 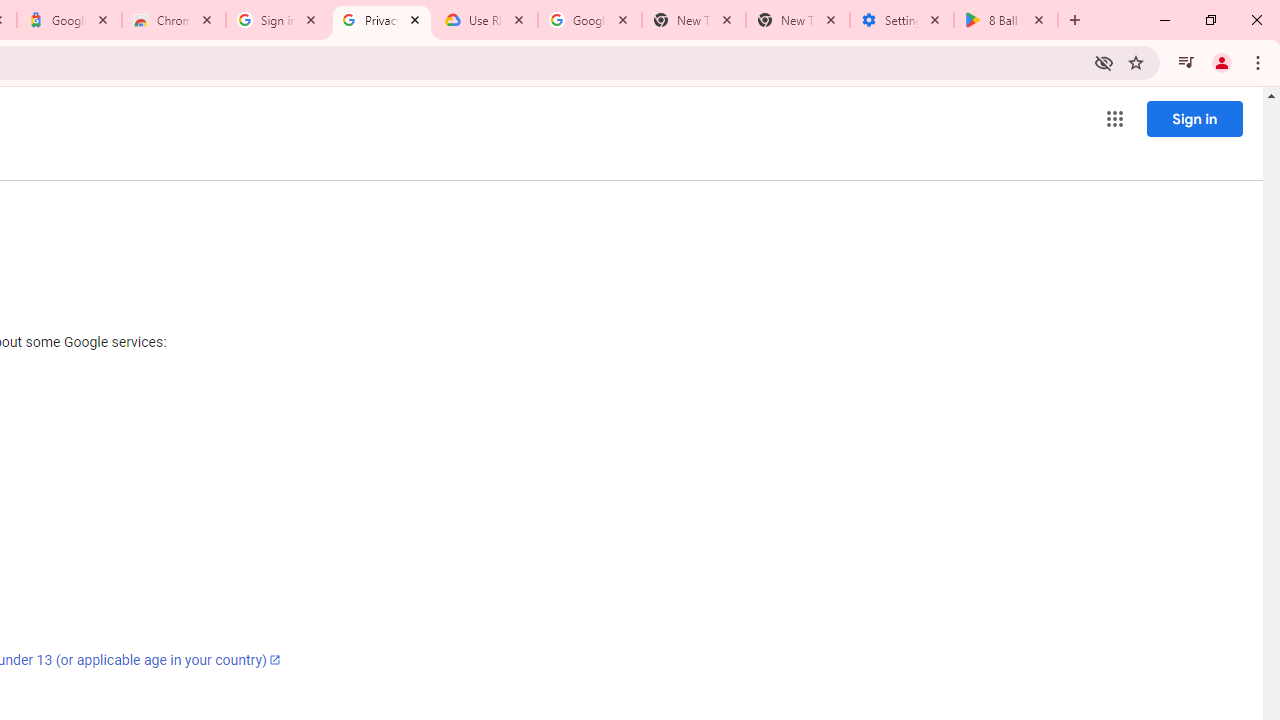 What do you see at coordinates (900, 20) in the screenshot?
I see `'Settings - System'` at bounding box center [900, 20].